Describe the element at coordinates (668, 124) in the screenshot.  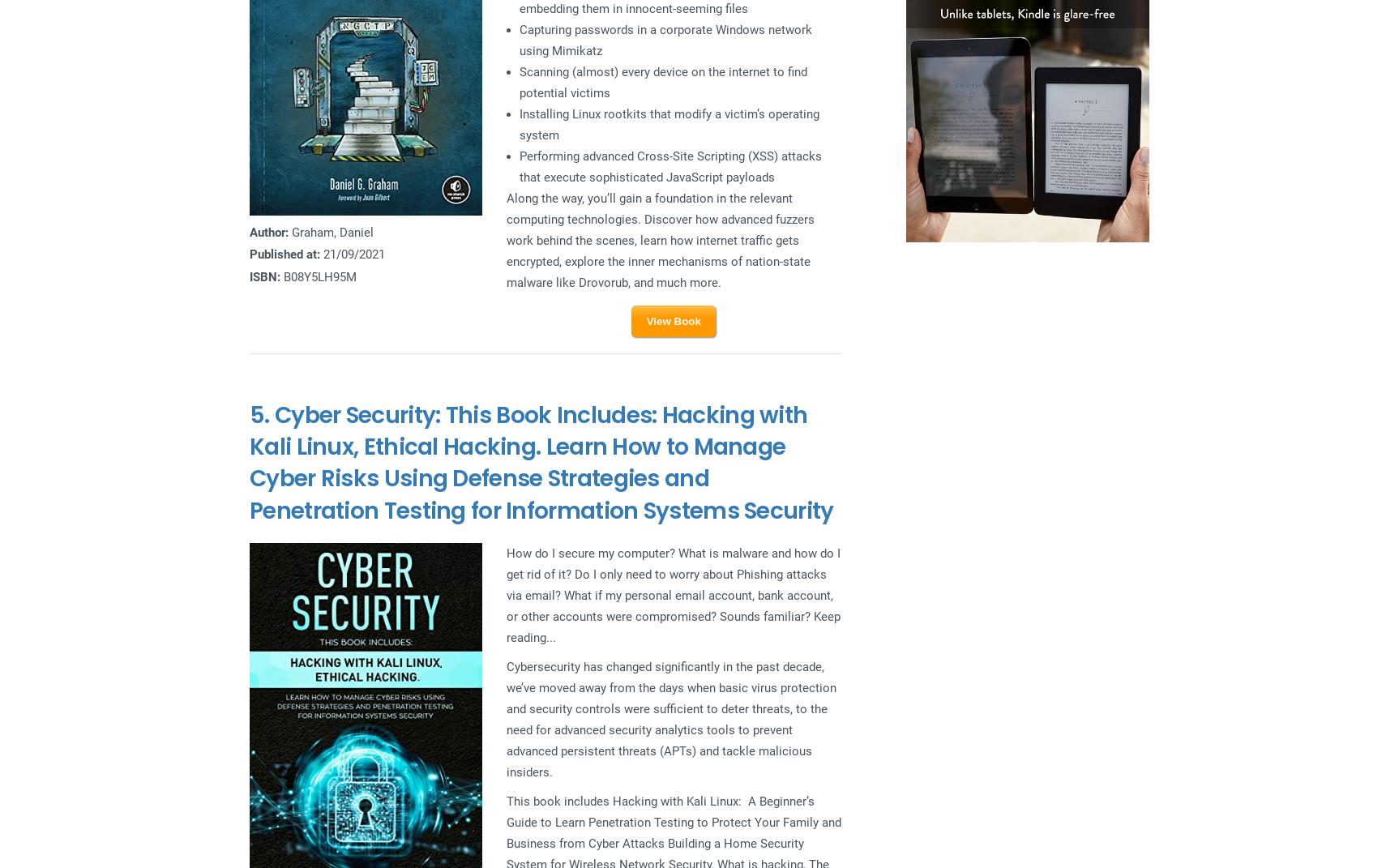
I see `'Installing Linux rootkits that modify a victim’s operating system'` at that location.